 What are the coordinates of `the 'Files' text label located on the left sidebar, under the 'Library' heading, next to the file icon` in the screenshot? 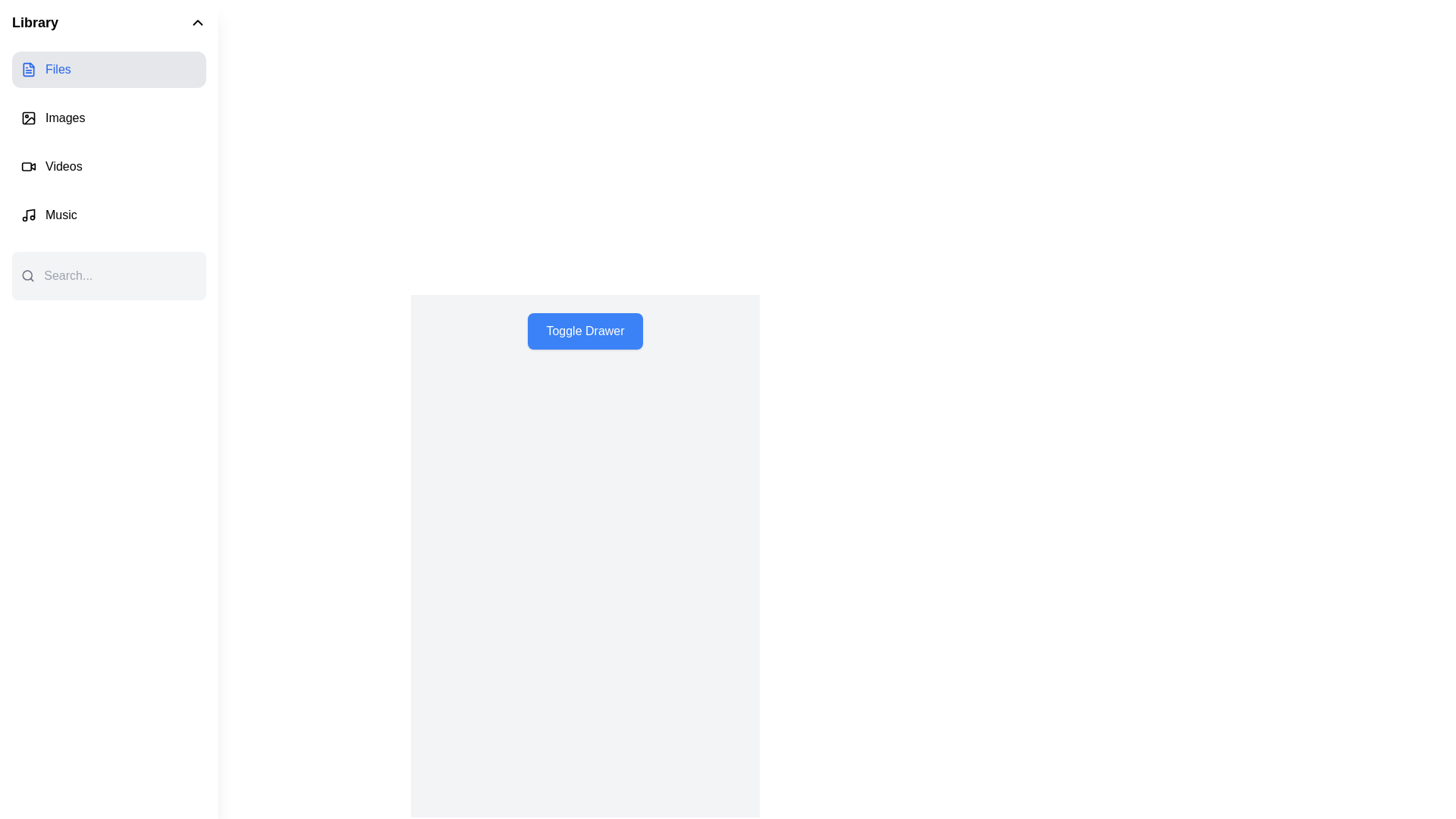 It's located at (58, 70).